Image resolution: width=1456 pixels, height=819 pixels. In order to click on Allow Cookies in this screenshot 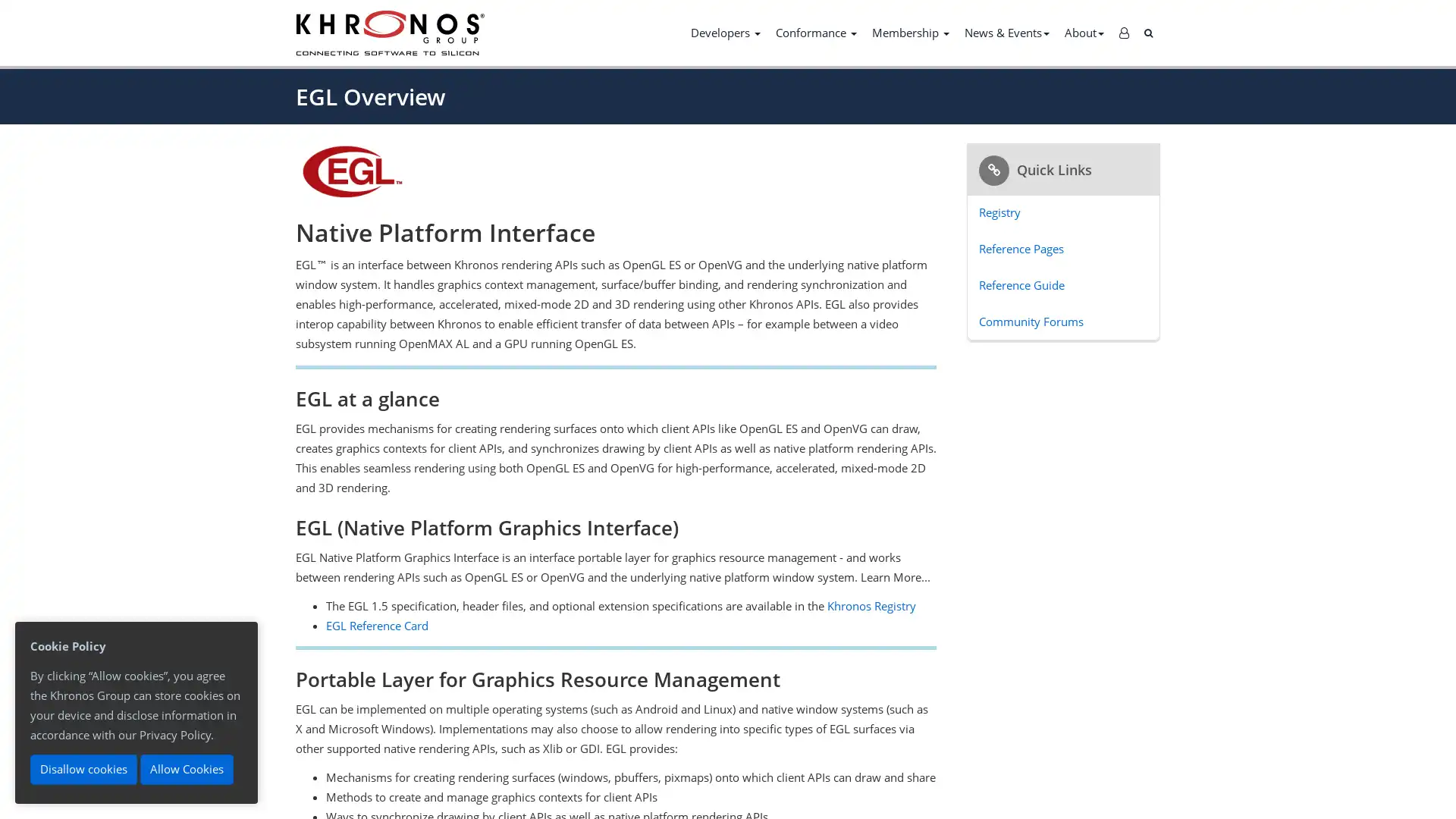, I will do `click(186, 769)`.